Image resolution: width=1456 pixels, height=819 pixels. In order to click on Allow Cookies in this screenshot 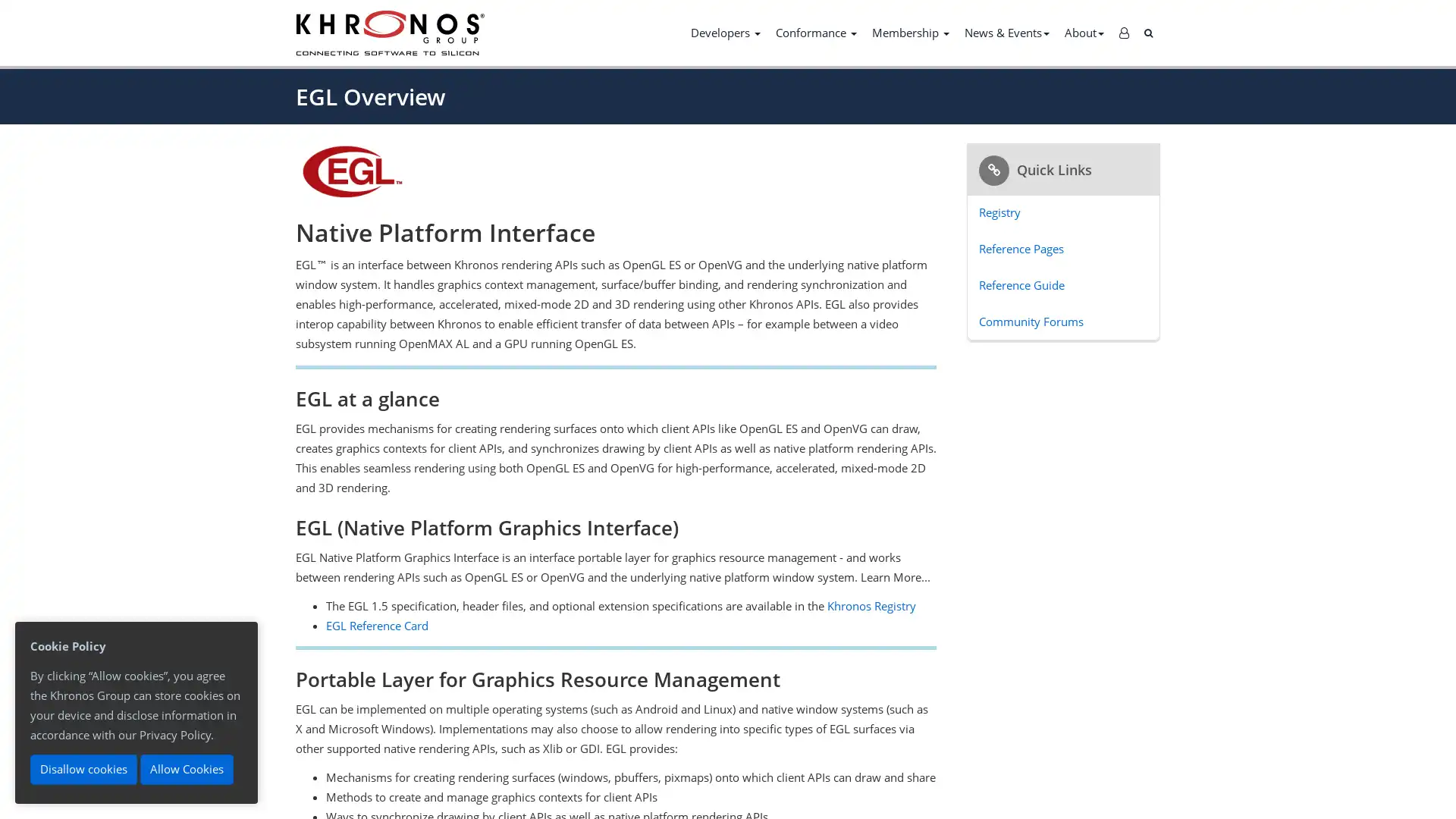, I will do `click(186, 769)`.